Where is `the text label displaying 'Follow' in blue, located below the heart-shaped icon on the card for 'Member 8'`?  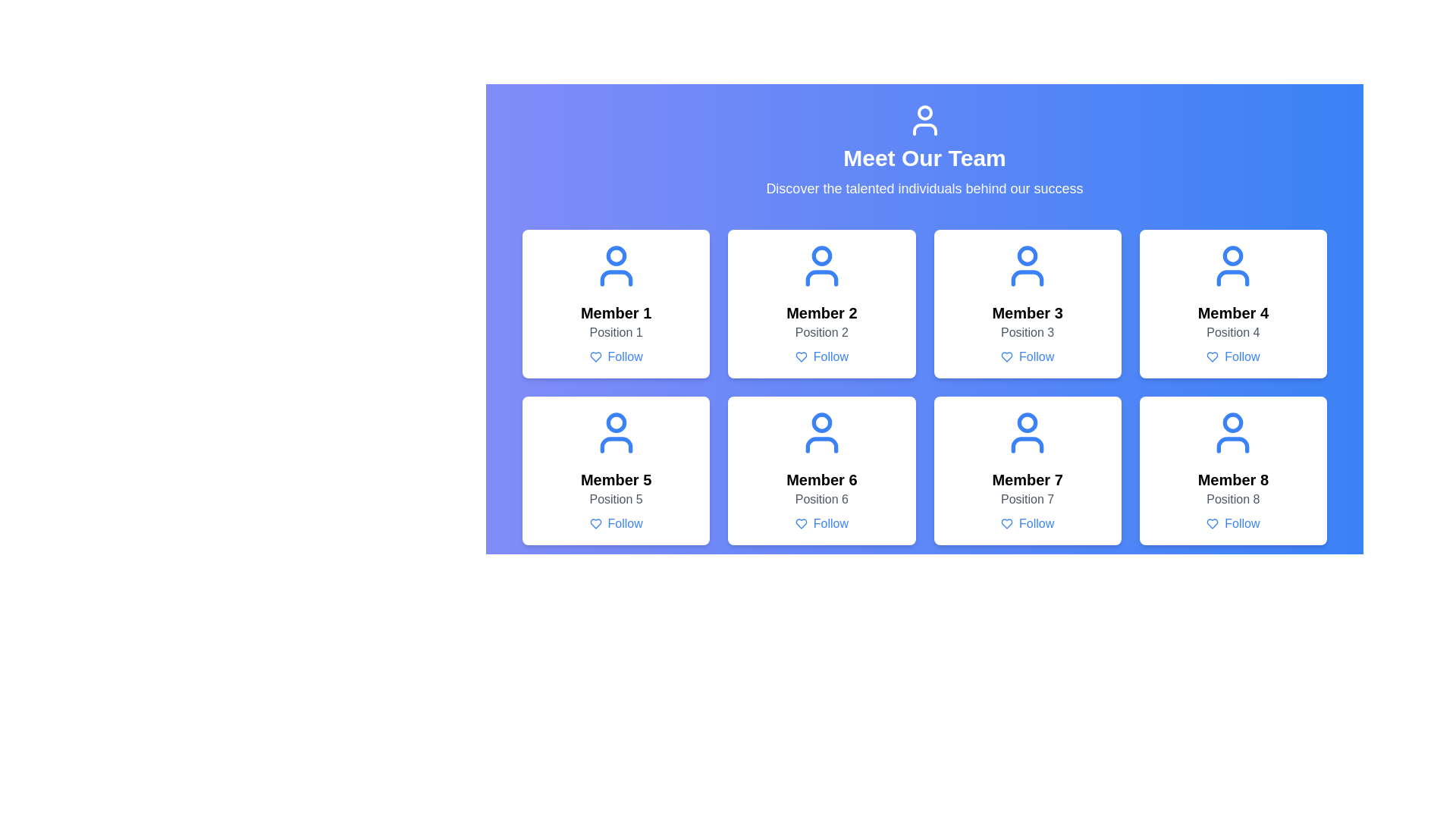
the text label displaying 'Follow' in blue, located below the heart-shaped icon on the card for 'Member 8' is located at coordinates (1242, 522).